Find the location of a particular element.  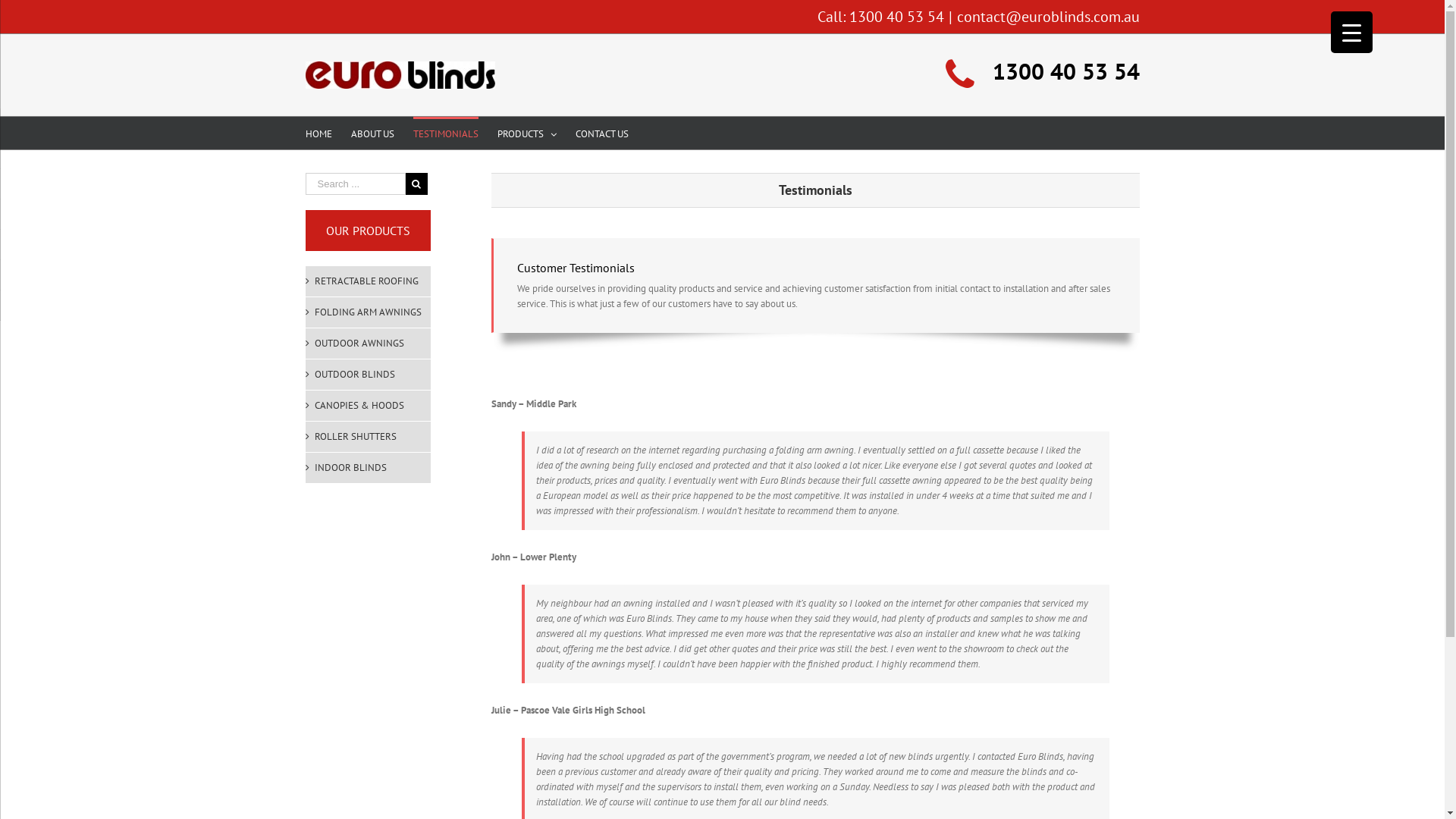

'FOLDING ARM AWNINGS' is located at coordinates (368, 312).